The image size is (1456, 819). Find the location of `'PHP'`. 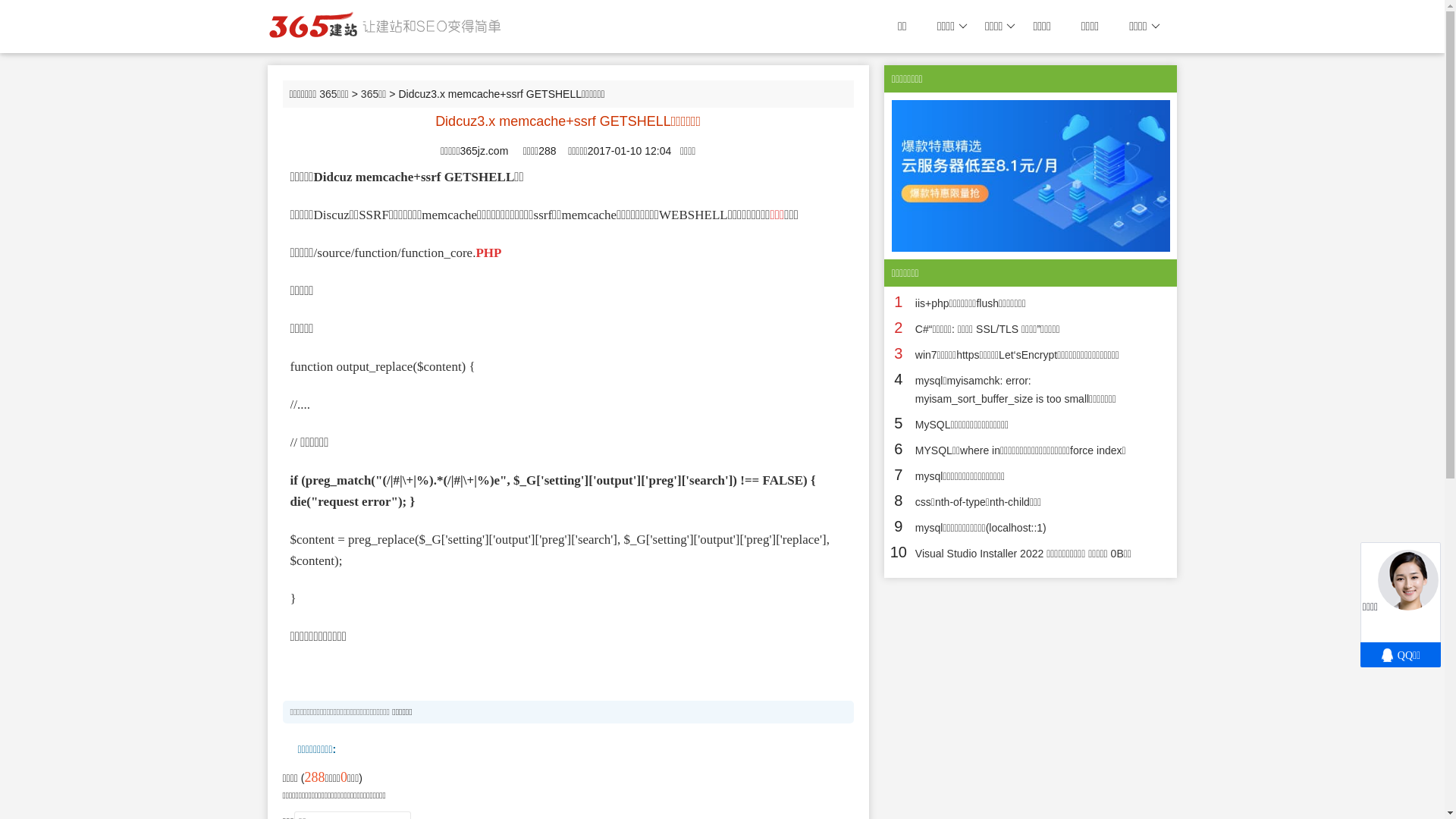

'PHP' is located at coordinates (475, 252).